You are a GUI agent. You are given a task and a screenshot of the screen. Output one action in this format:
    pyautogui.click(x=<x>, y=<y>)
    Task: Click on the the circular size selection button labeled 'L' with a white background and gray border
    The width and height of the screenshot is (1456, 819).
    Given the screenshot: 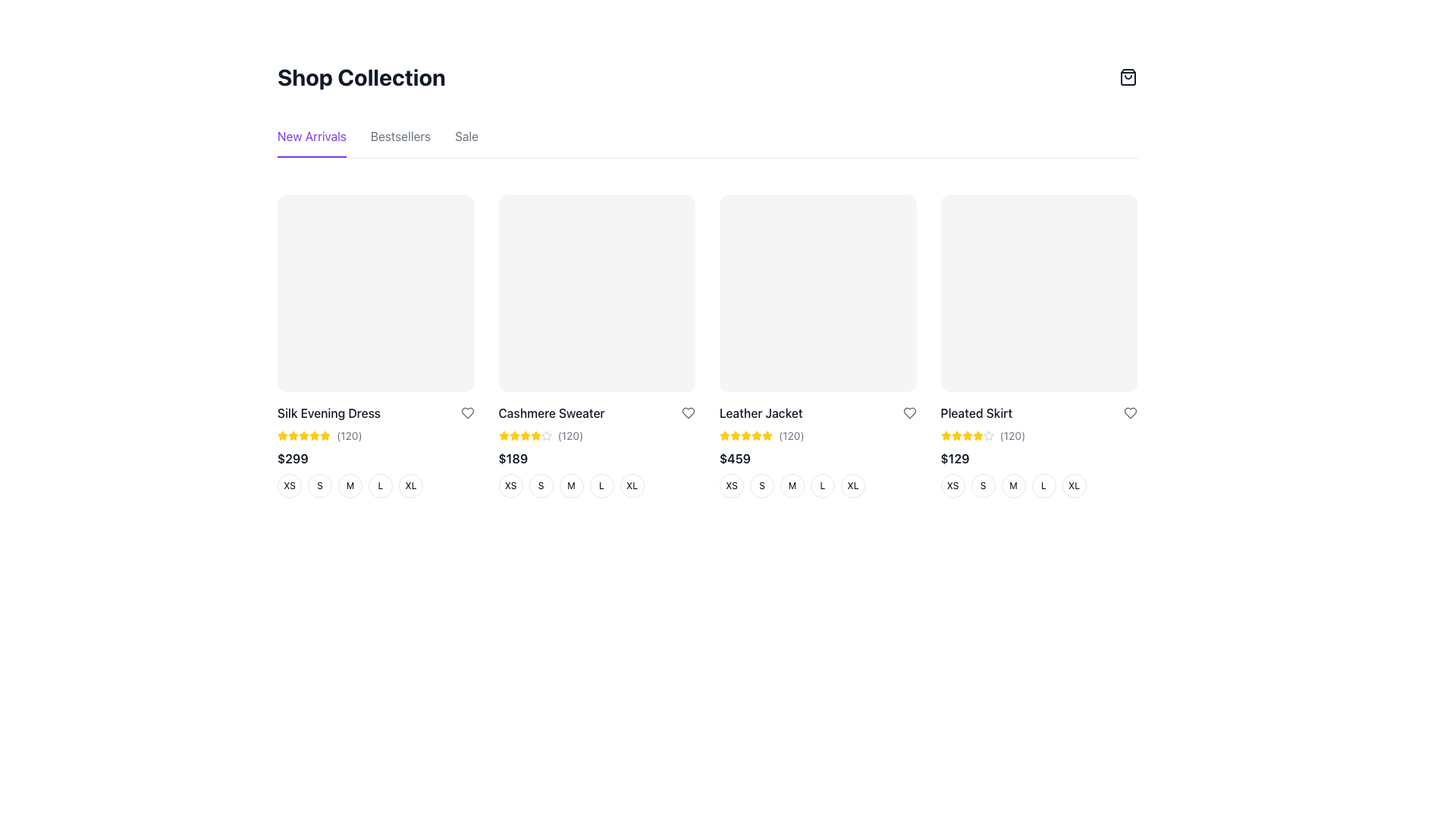 What is the action you would take?
    pyautogui.click(x=381, y=485)
    